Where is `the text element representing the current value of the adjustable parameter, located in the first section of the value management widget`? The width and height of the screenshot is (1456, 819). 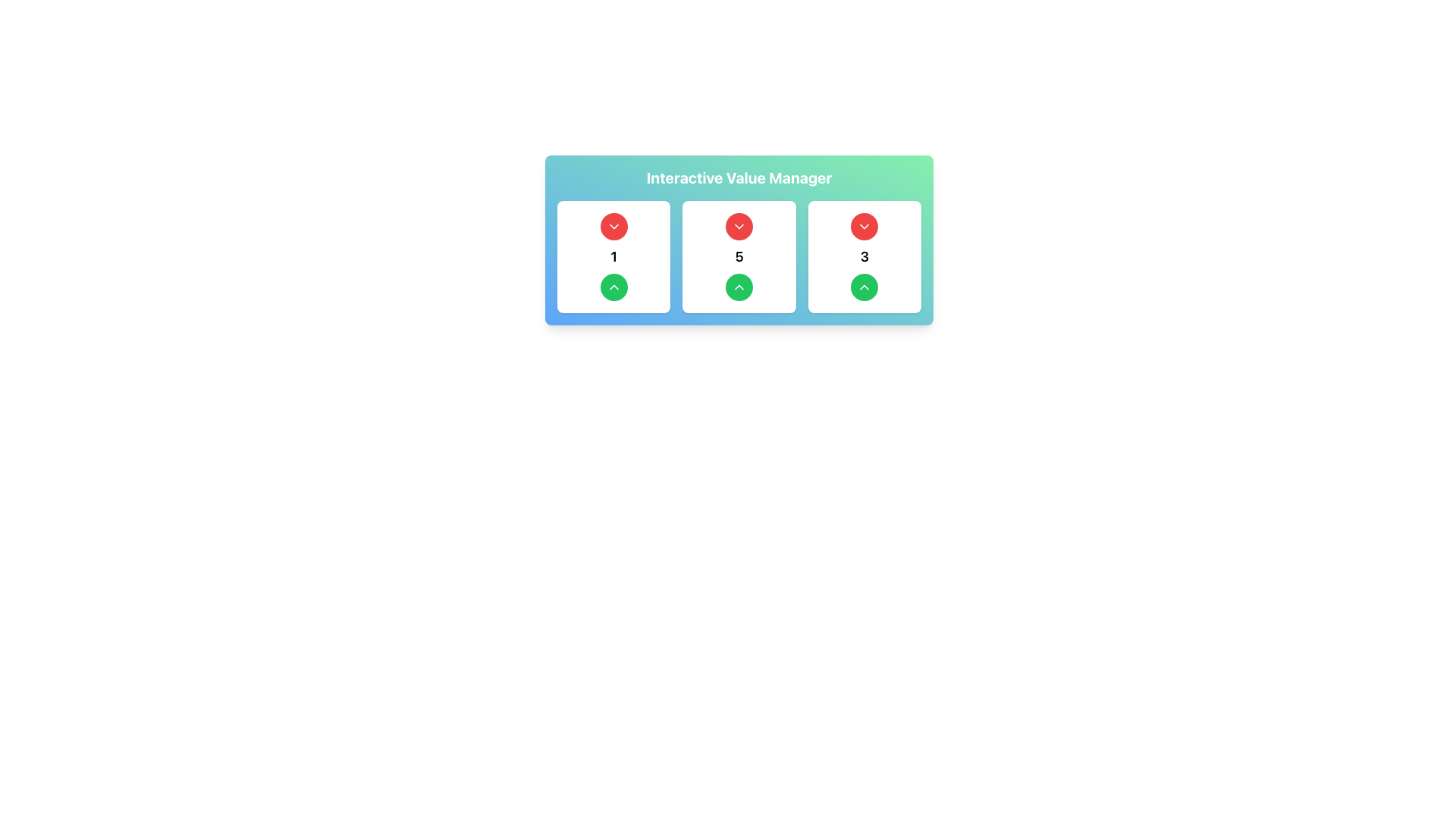 the text element representing the current value of the adjustable parameter, located in the first section of the value management widget is located at coordinates (613, 256).